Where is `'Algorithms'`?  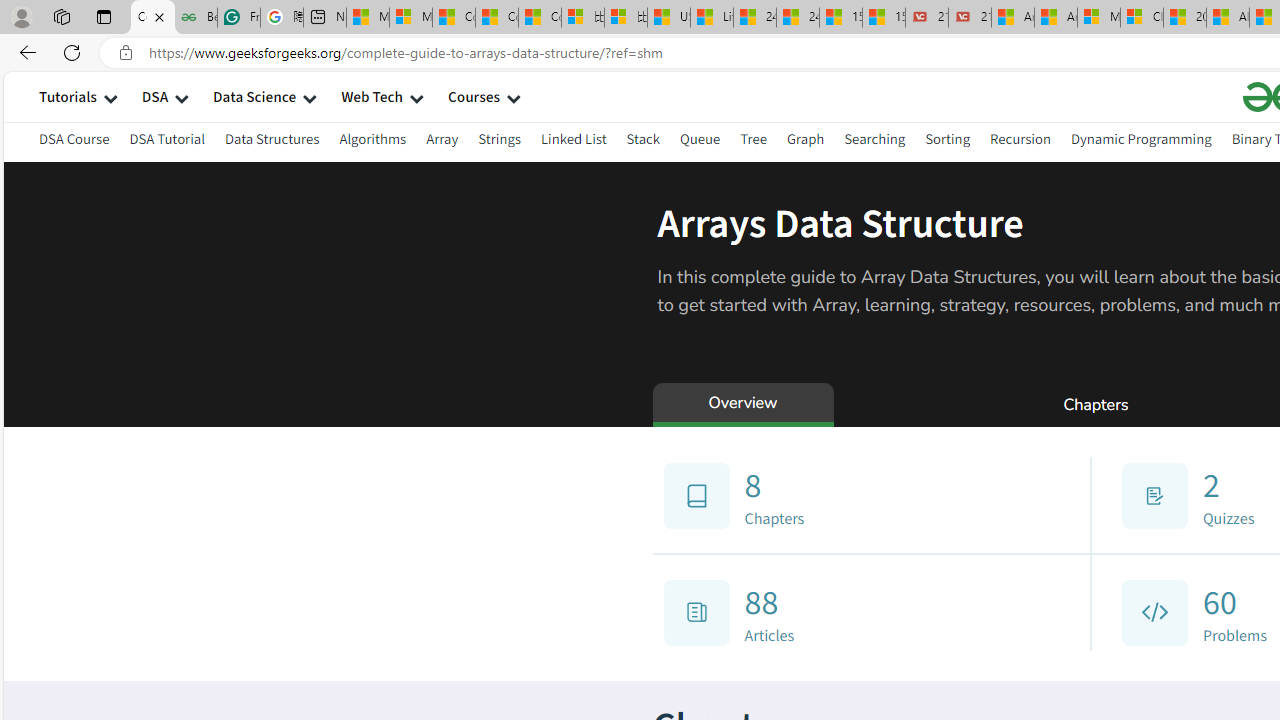 'Algorithms' is located at coordinates (373, 138).